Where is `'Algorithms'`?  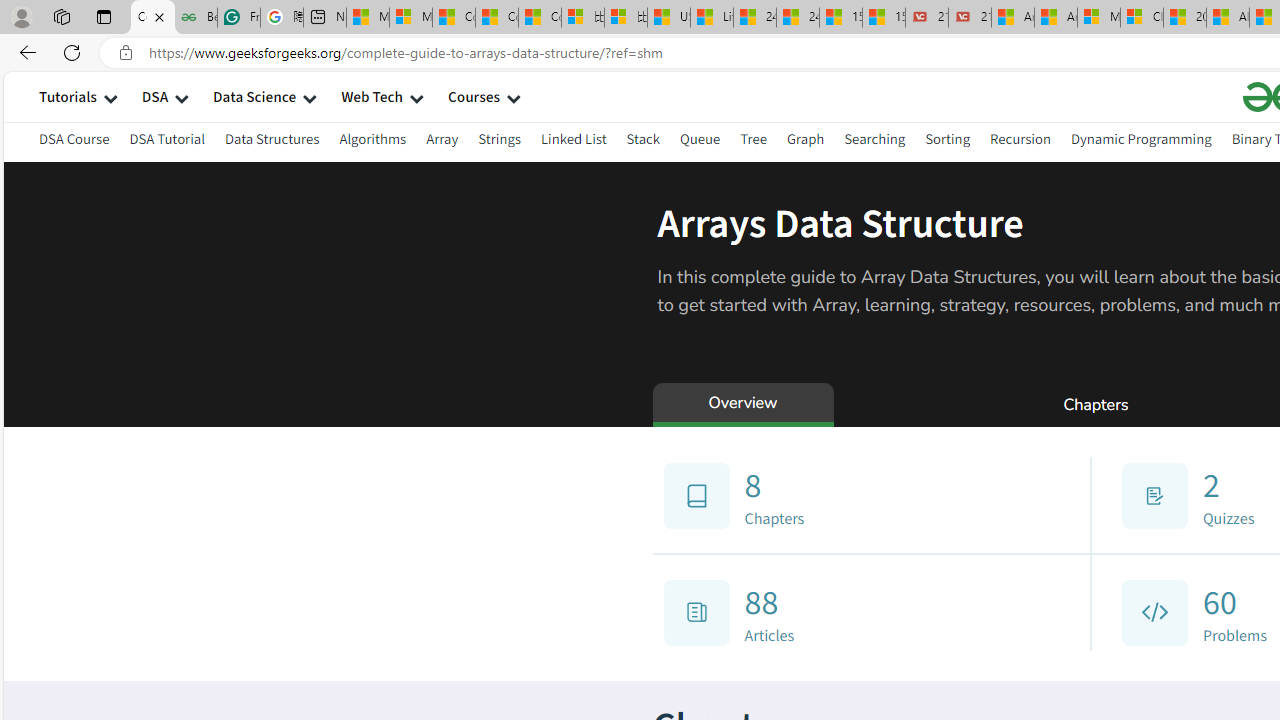 'Algorithms' is located at coordinates (373, 138).